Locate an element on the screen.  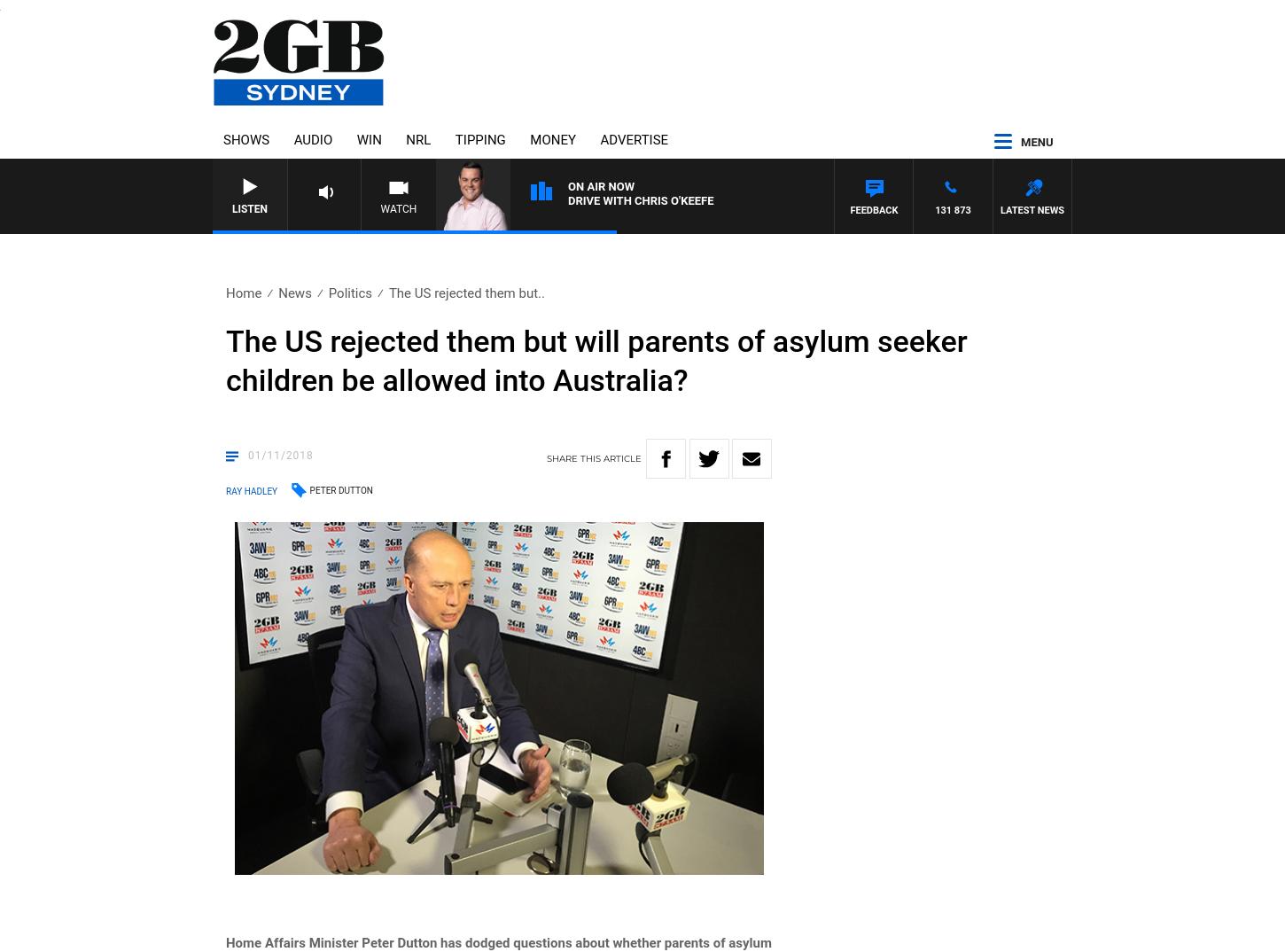
'Watch' is located at coordinates (379, 207).